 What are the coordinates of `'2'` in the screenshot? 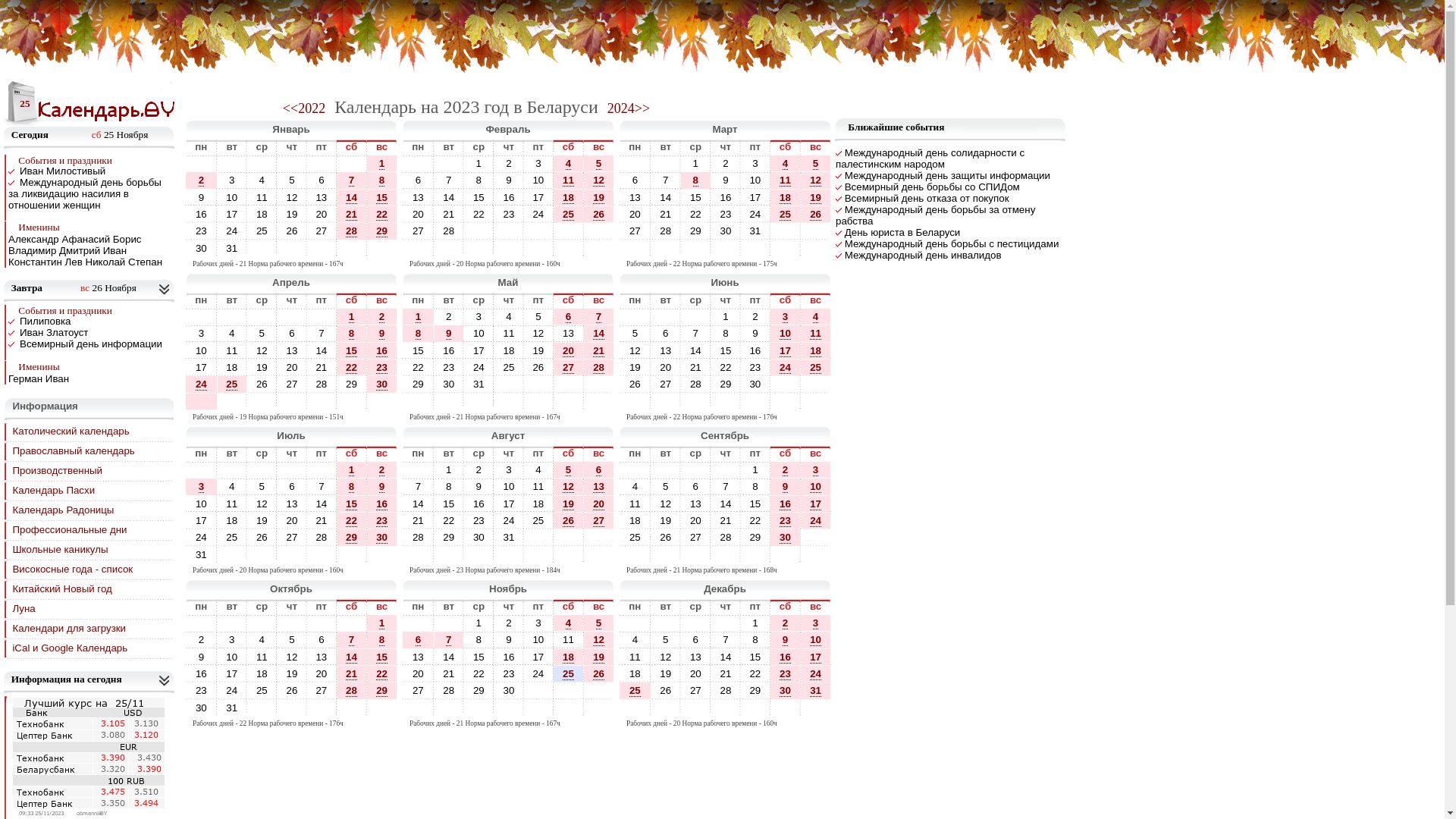 It's located at (445, 315).